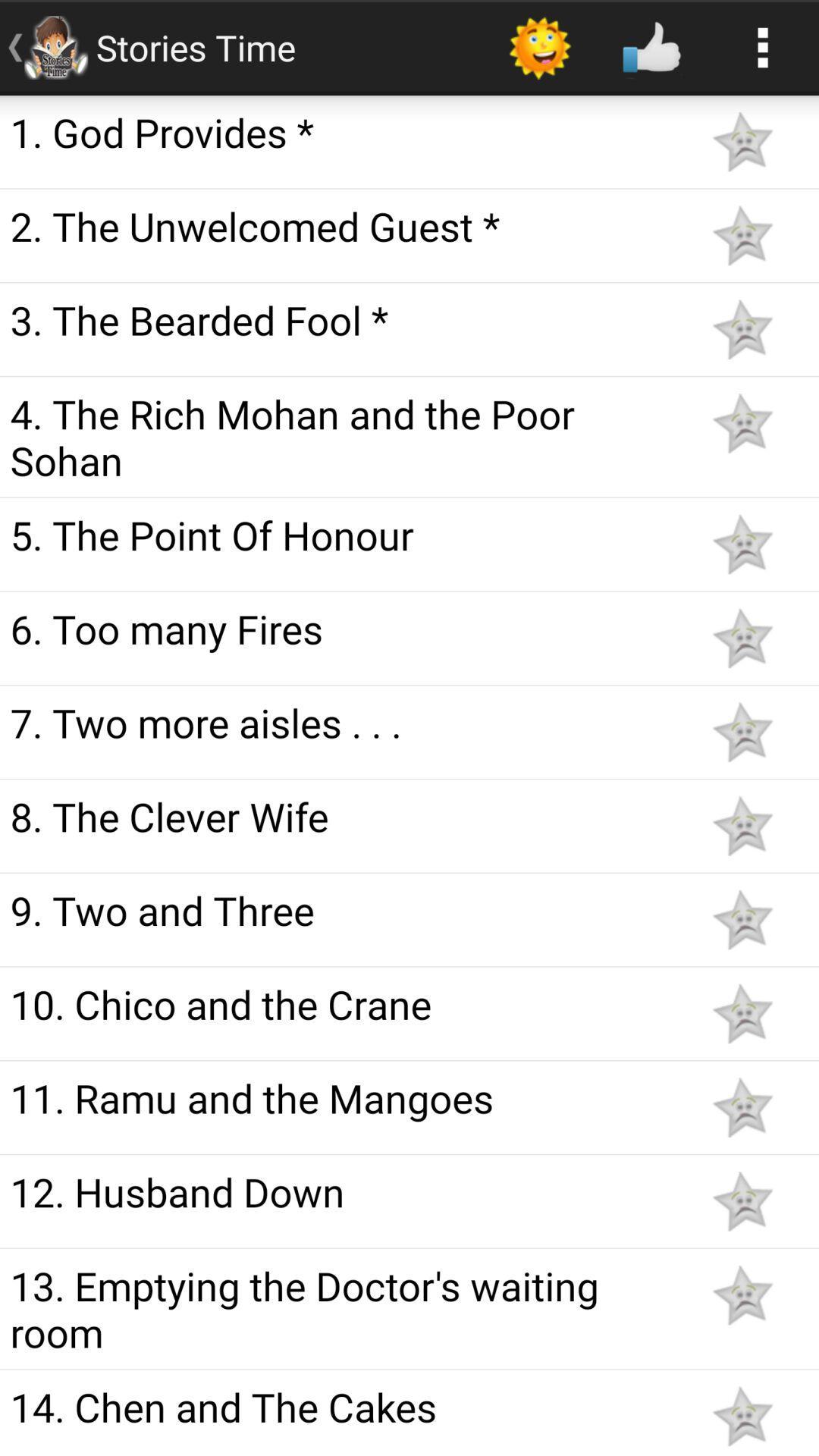 This screenshot has width=819, height=1456. What do you see at coordinates (742, 1013) in the screenshot?
I see `like the image` at bounding box center [742, 1013].